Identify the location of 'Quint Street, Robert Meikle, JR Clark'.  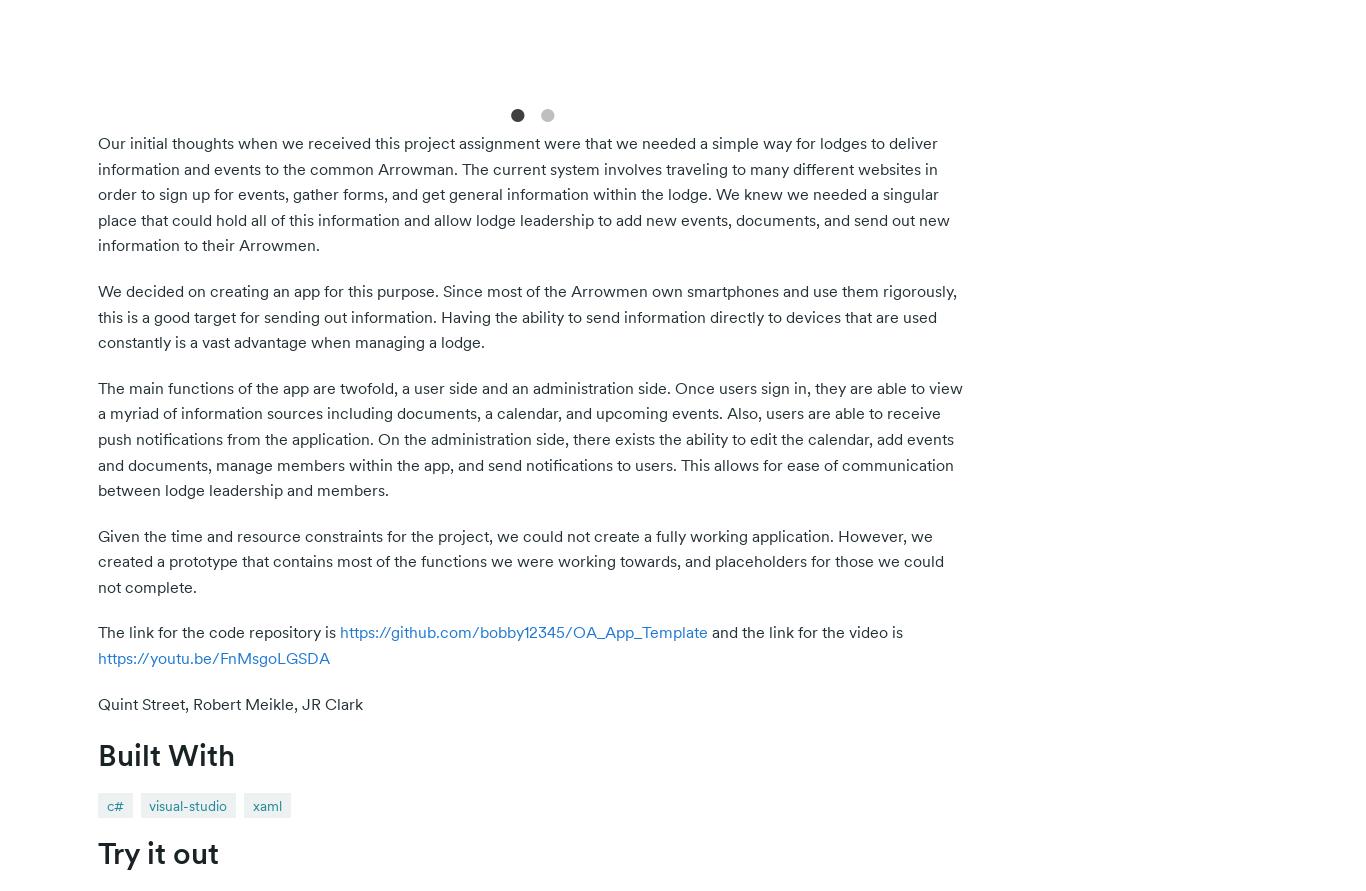
(230, 701).